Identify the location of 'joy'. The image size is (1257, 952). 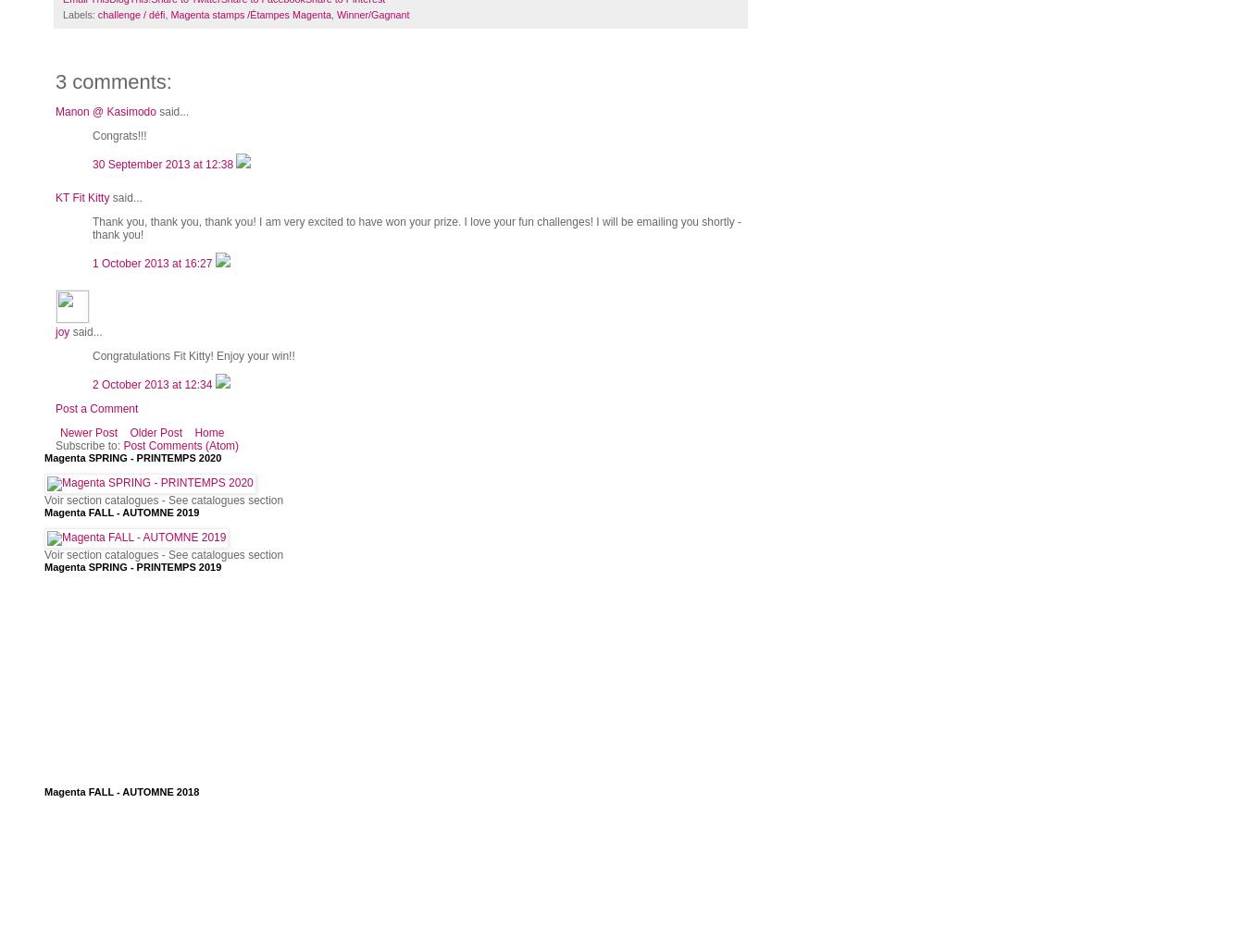
(62, 330).